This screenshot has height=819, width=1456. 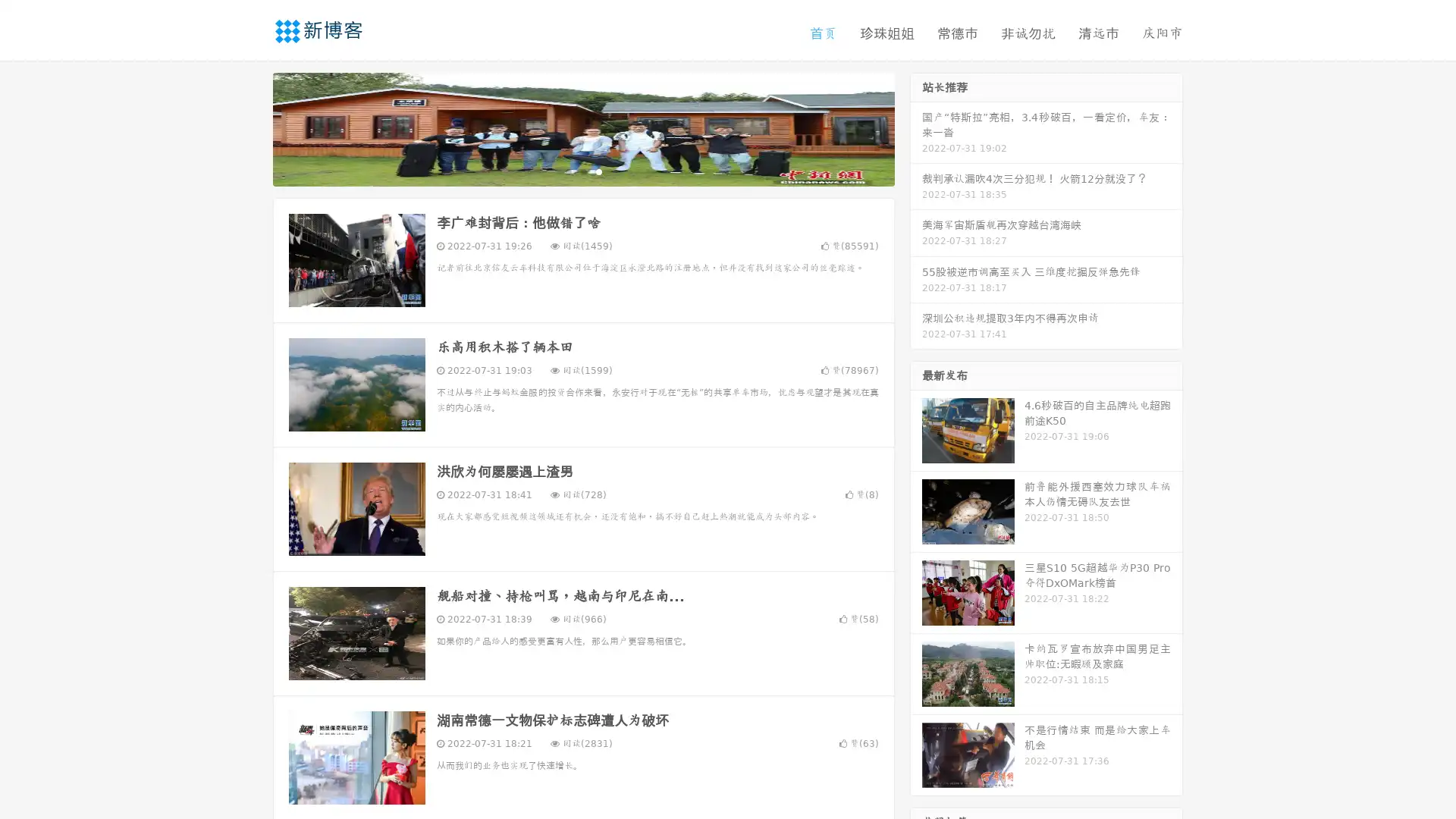 What do you see at coordinates (598, 171) in the screenshot?
I see `Go to slide 3` at bounding box center [598, 171].